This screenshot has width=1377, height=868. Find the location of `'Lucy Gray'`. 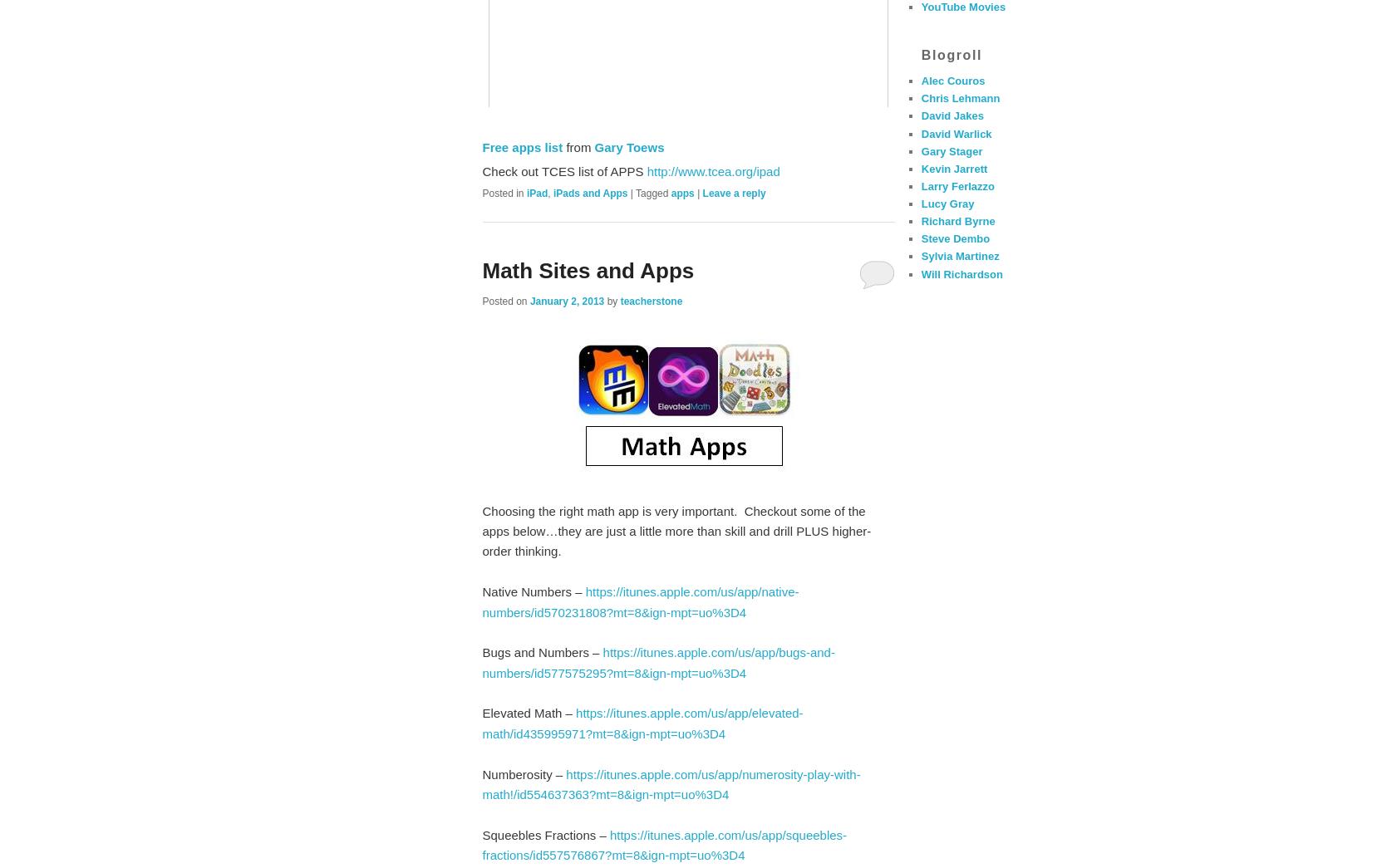

'Lucy Gray' is located at coordinates (947, 203).